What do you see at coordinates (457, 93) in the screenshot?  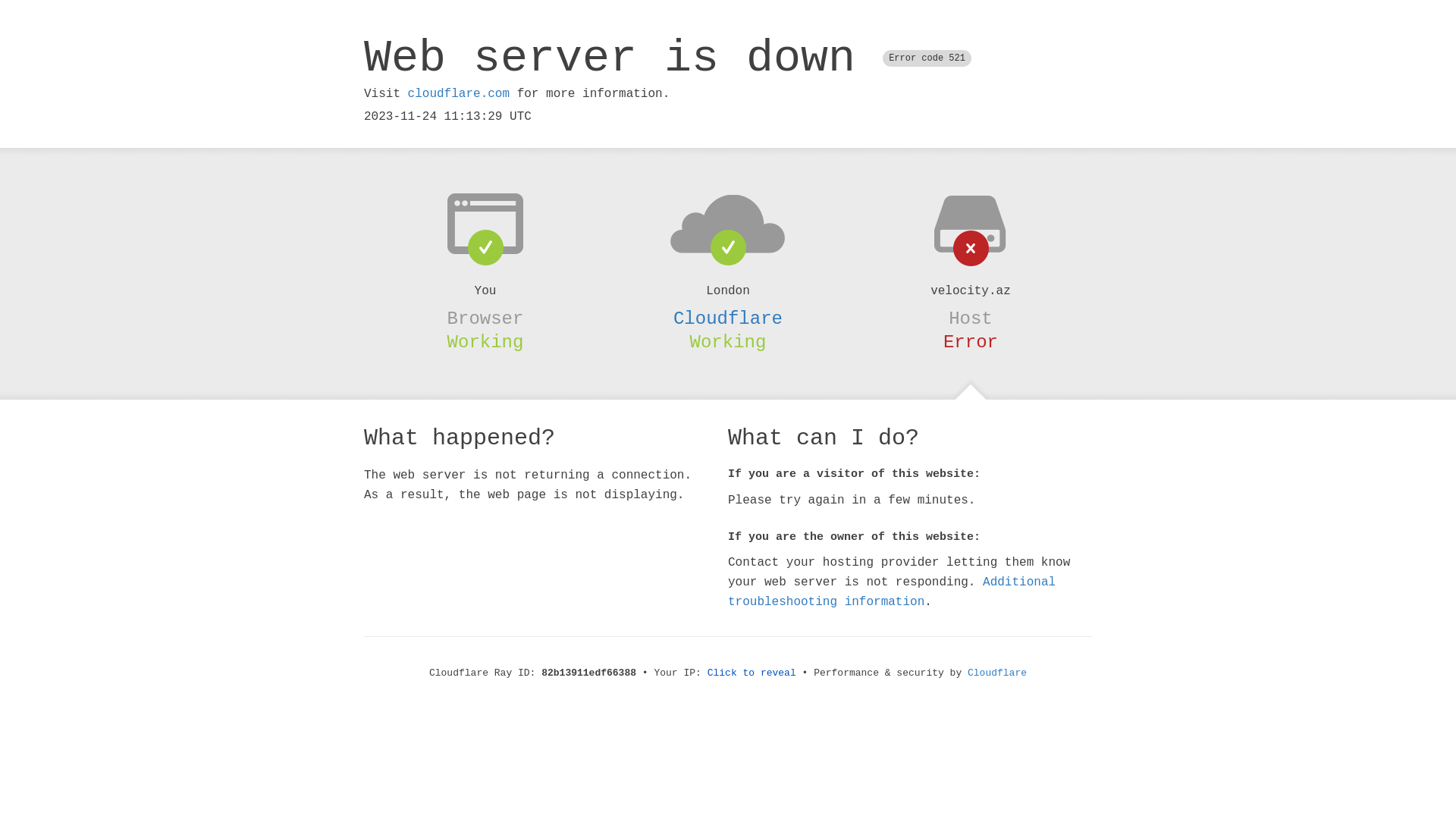 I see `'cloudflare.com'` at bounding box center [457, 93].